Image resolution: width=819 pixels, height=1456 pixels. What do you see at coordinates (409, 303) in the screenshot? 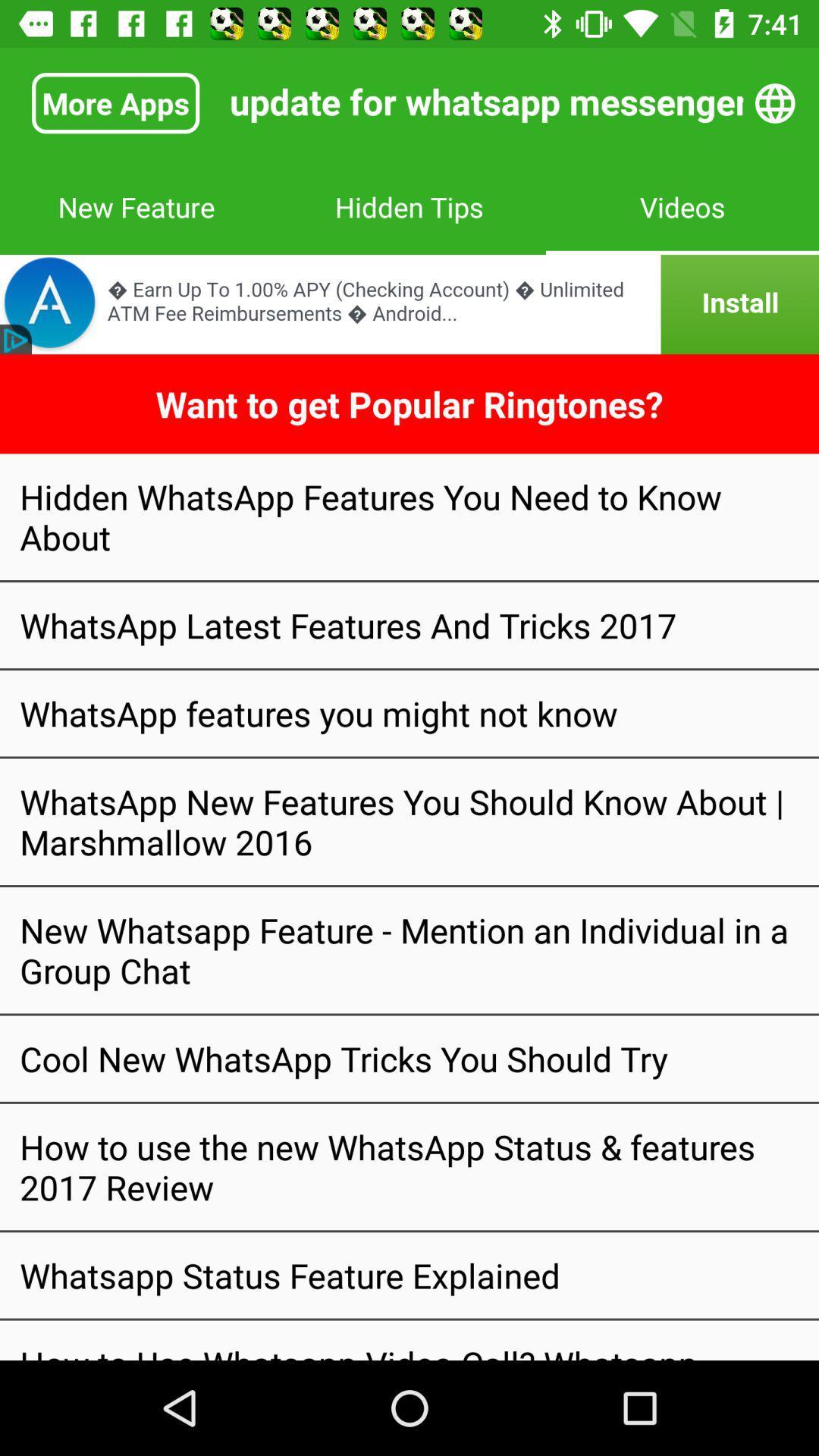
I see `bank advertisement` at bounding box center [409, 303].